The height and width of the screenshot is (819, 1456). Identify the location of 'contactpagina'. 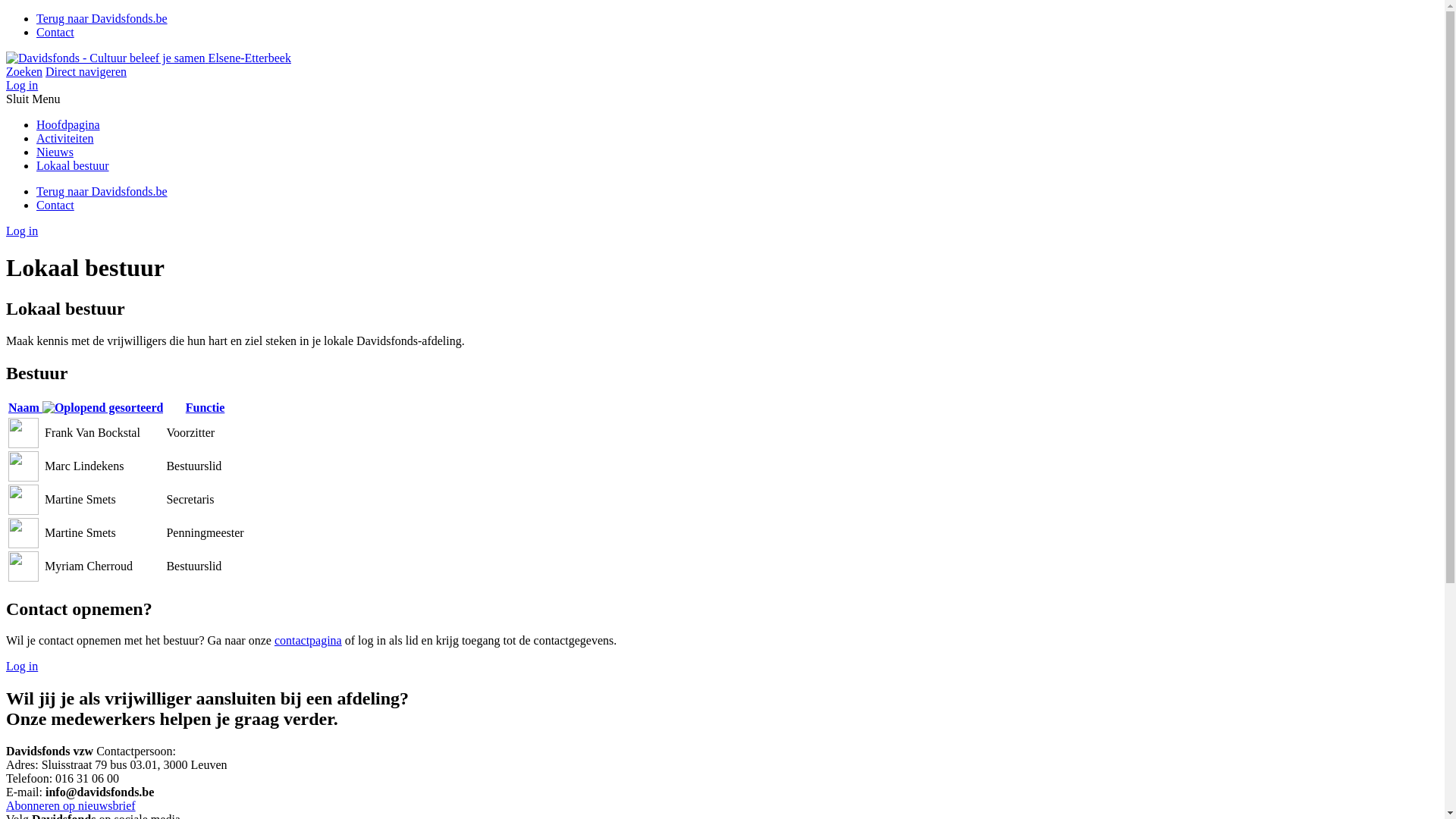
(307, 640).